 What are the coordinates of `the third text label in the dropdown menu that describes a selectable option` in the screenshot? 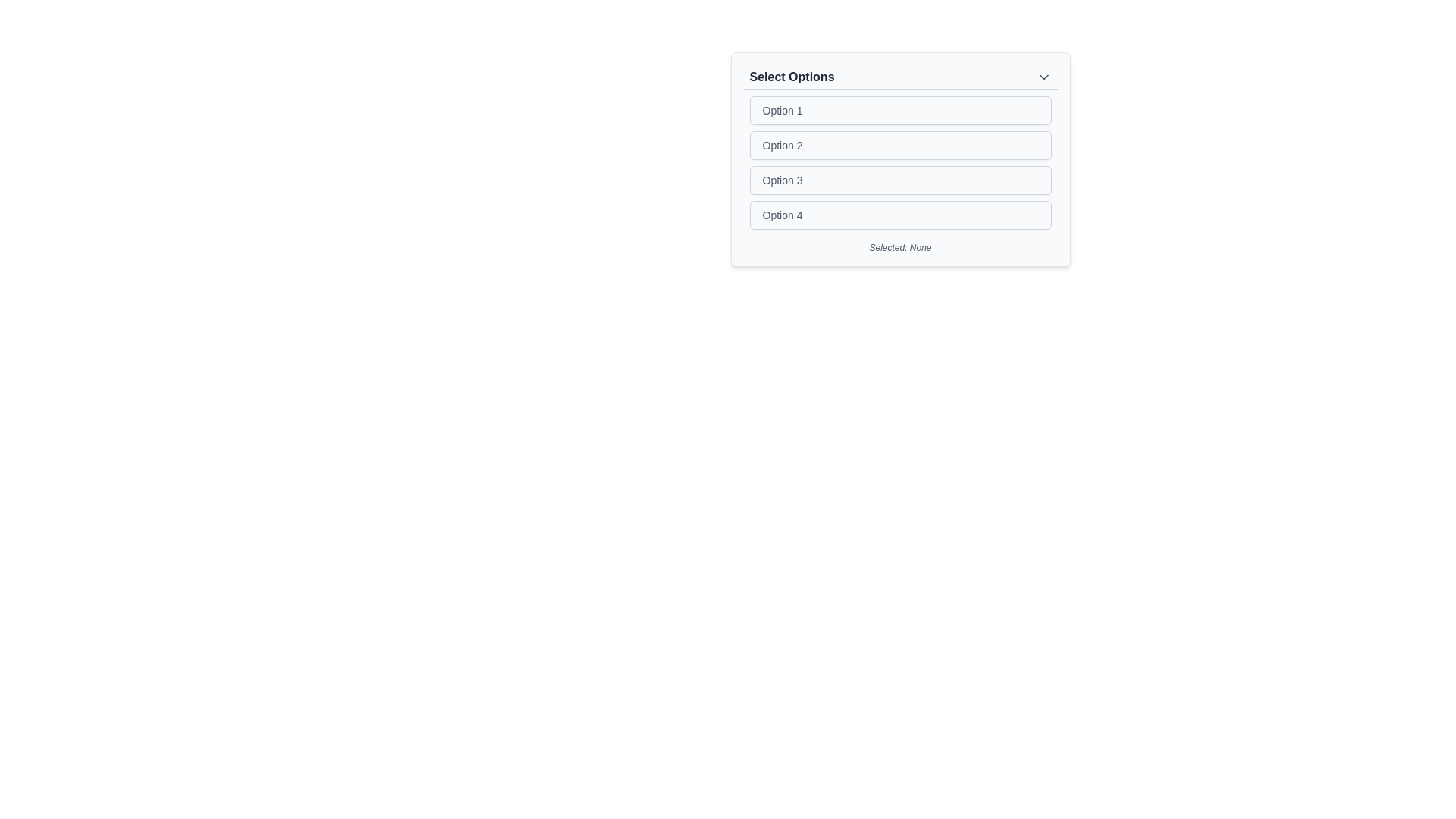 It's located at (783, 180).